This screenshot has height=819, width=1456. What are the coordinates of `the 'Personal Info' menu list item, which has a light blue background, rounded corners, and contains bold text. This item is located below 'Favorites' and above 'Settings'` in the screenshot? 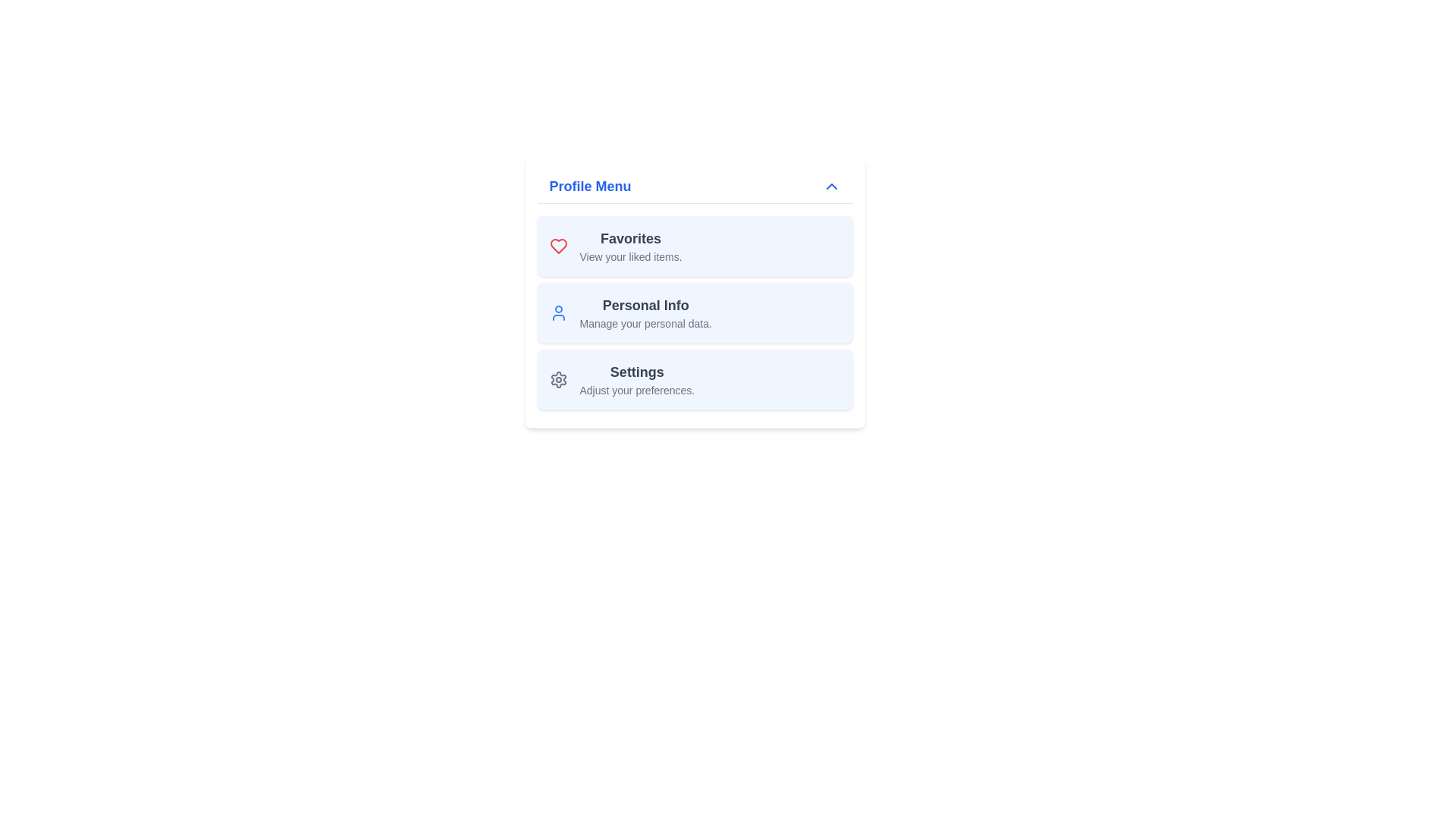 It's located at (694, 312).